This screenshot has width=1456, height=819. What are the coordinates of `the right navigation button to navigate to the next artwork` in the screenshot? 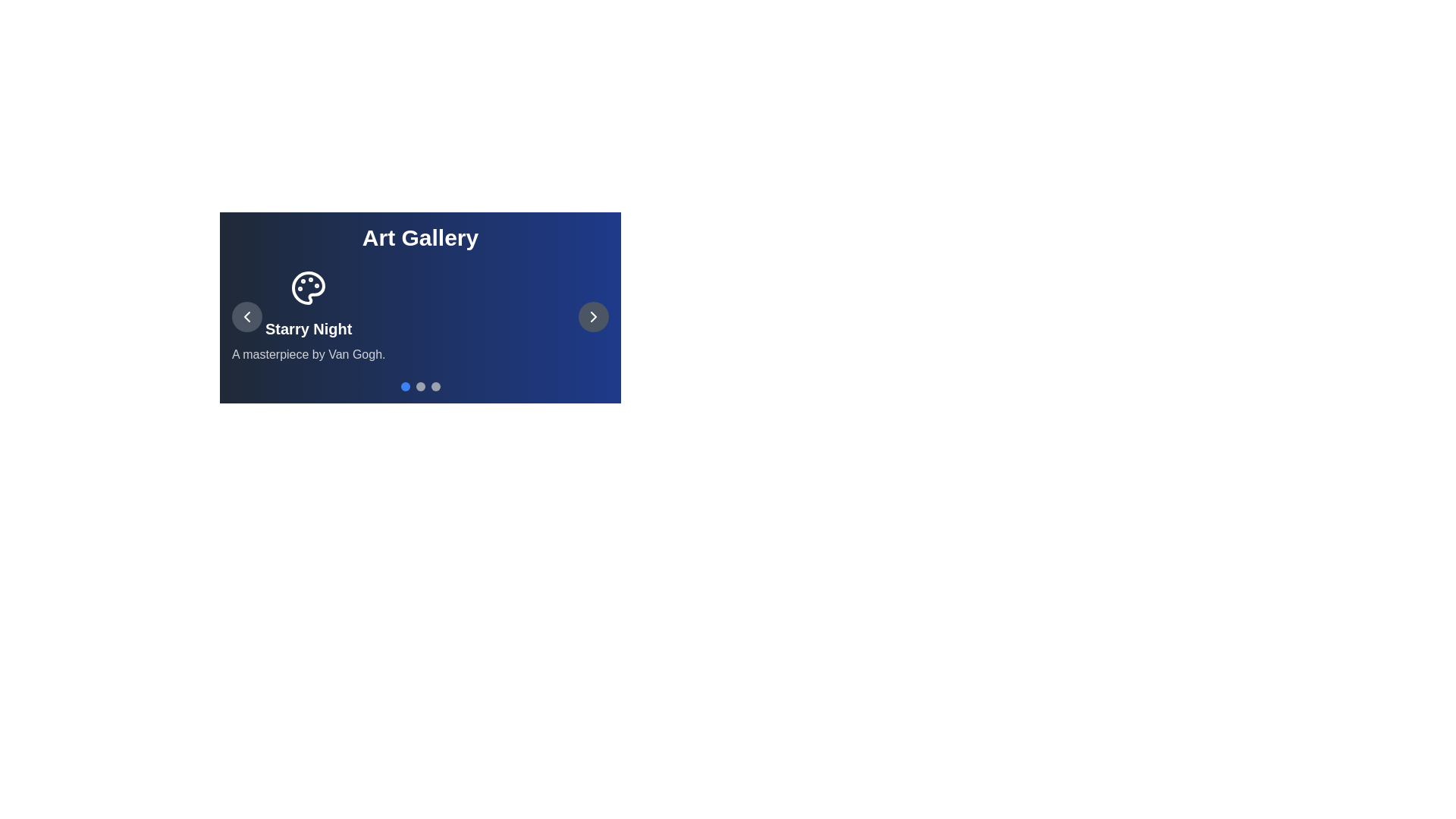 It's located at (592, 315).